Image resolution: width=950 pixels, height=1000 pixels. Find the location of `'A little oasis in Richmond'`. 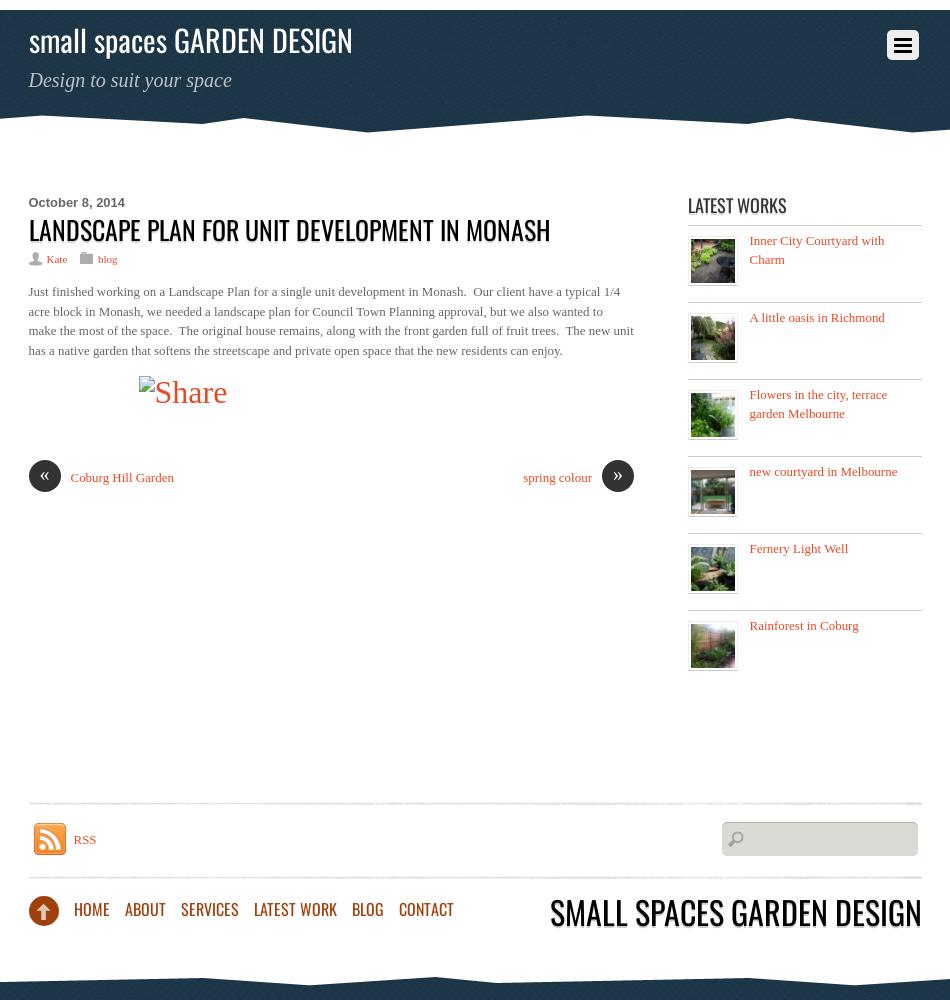

'A little oasis in Richmond' is located at coordinates (815, 316).